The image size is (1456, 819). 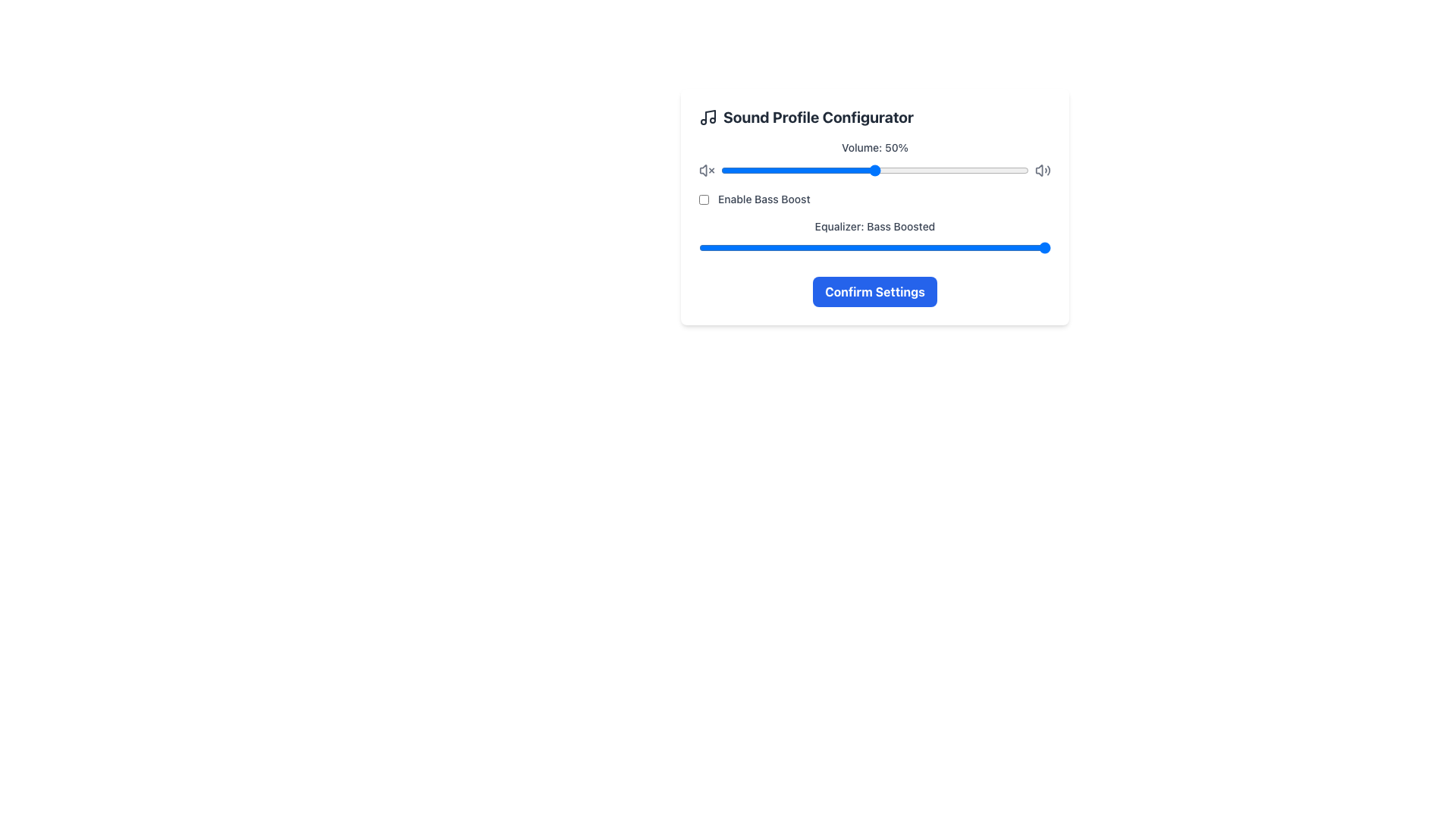 What do you see at coordinates (942, 170) in the screenshot?
I see `volume` at bounding box center [942, 170].